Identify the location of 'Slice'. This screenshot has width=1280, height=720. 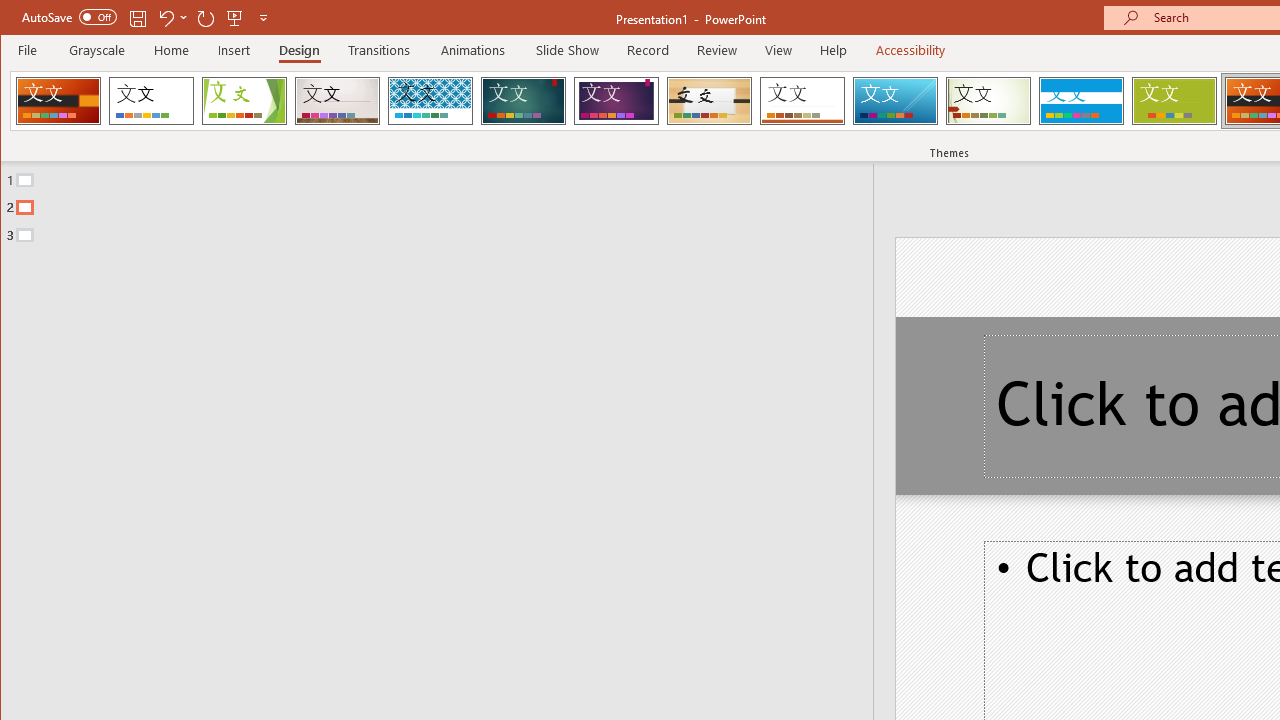
(894, 100).